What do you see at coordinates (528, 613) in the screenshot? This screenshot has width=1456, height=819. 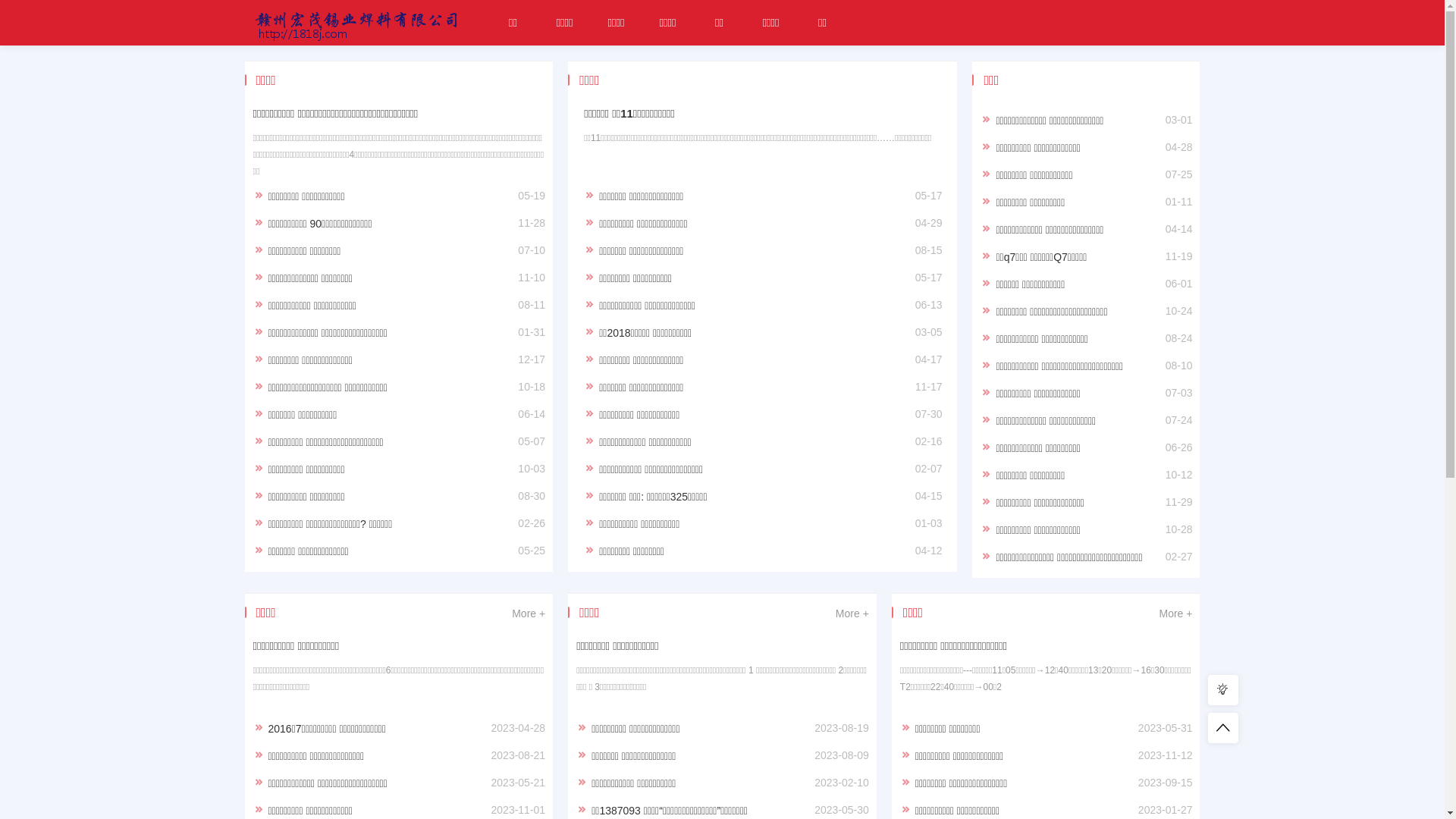 I see `'More +'` at bounding box center [528, 613].